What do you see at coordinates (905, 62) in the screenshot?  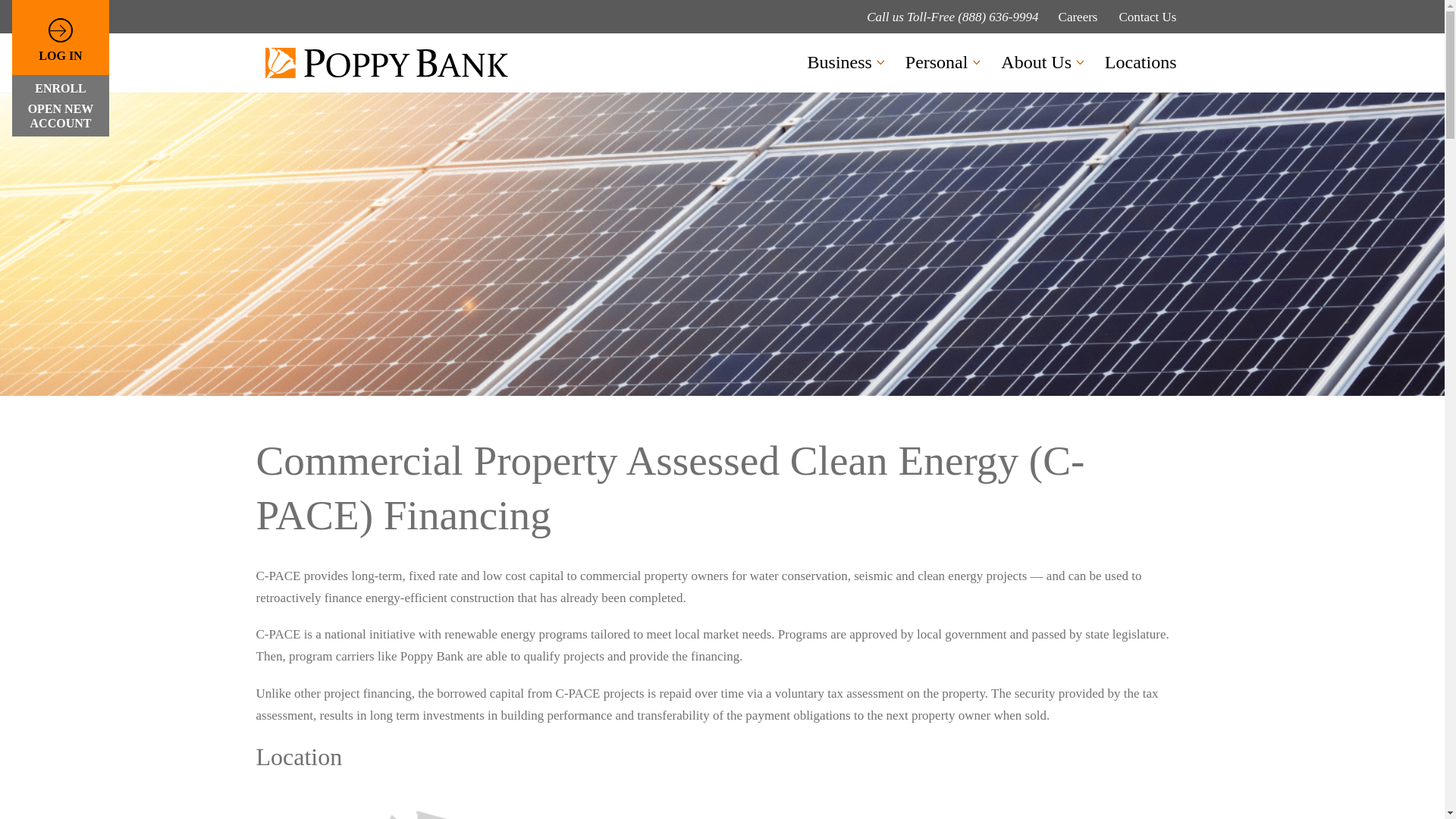 I see `'Personal'` at bounding box center [905, 62].